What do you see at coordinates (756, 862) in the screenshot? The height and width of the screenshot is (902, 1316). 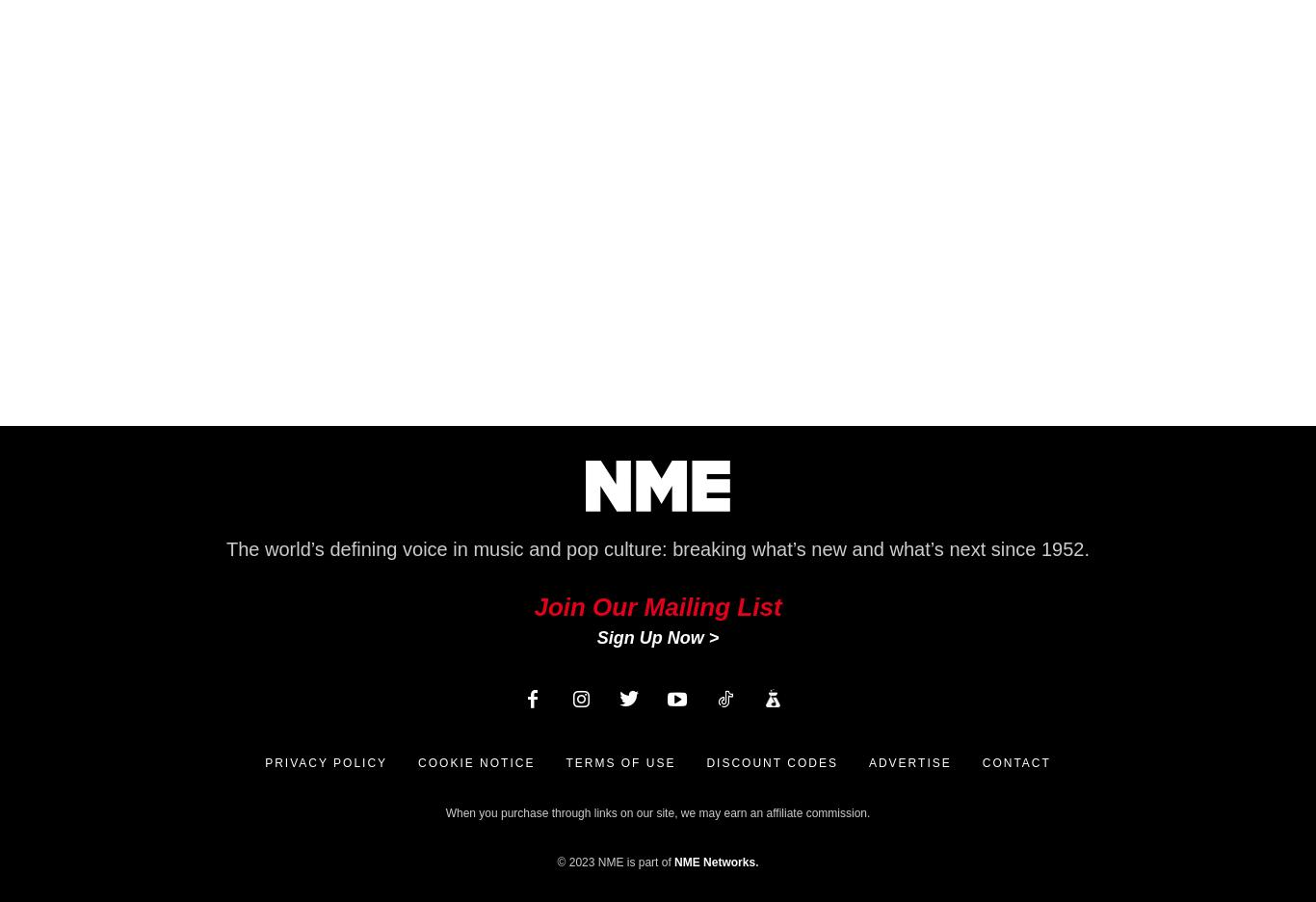 I see `'.'` at bounding box center [756, 862].